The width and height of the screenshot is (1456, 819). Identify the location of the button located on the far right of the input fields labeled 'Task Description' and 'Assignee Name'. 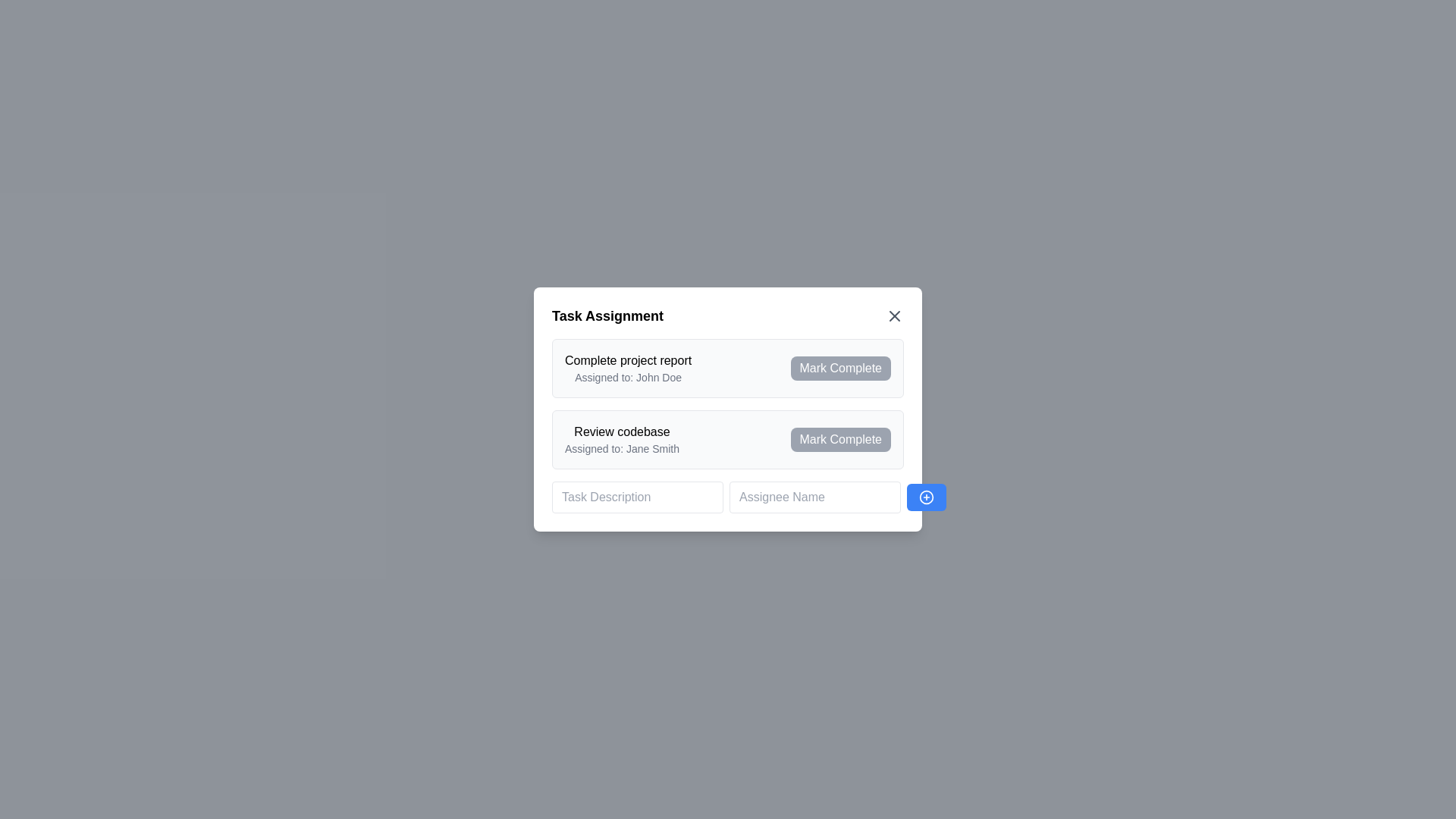
(926, 497).